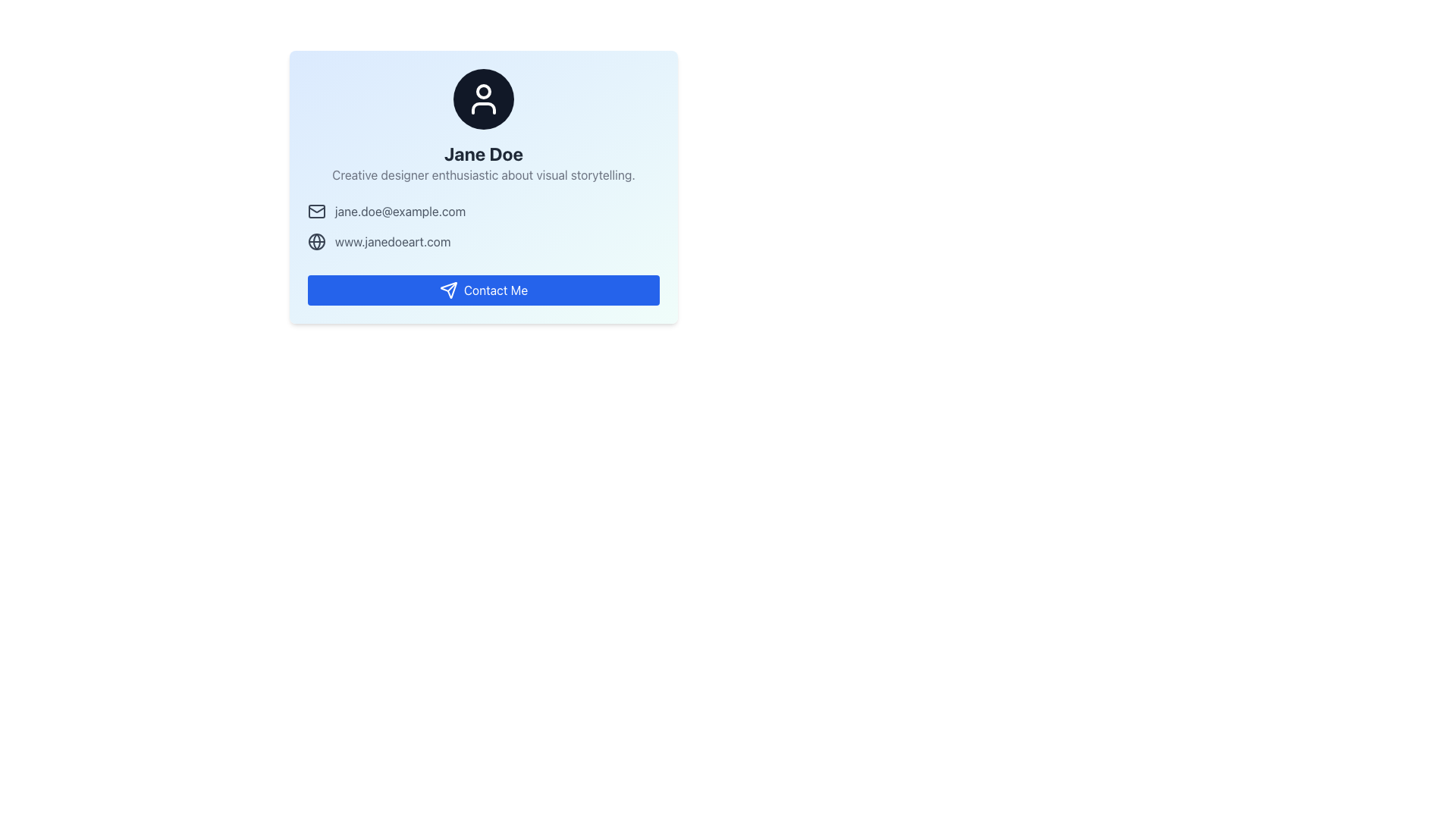 The height and width of the screenshot is (819, 1456). What do you see at coordinates (483, 91) in the screenshot?
I see `the Circle SVG element that represents the head of a user icon, located in the center of the user card above the text content` at bounding box center [483, 91].